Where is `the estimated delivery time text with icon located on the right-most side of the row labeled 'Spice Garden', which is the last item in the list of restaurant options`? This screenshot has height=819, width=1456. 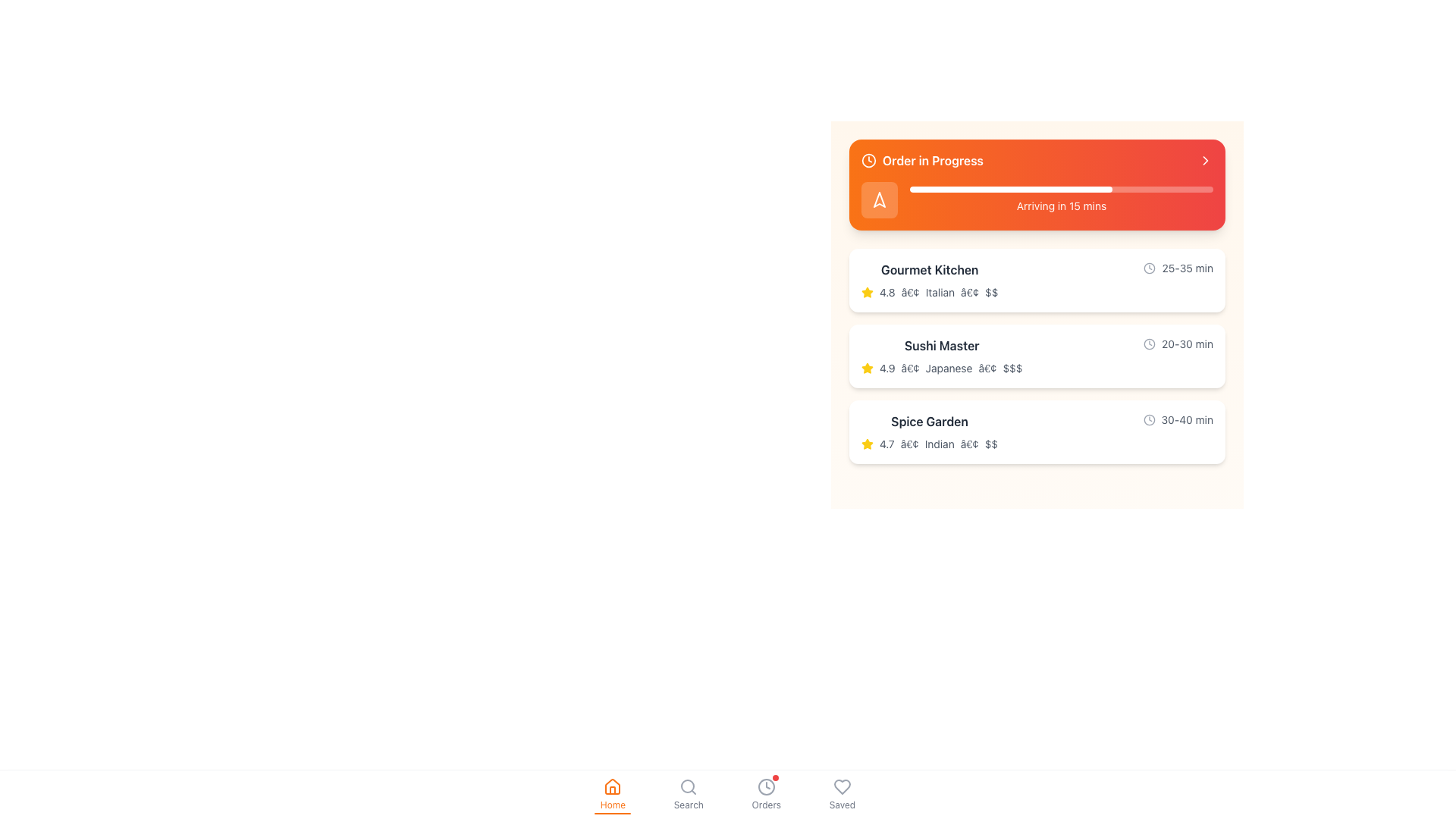
the estimated delivery time text with icon located on the right-most side of the row labeled 'Spice Garden', which is the last item in the list of restaurant options is located at coordinates (1177, 420).